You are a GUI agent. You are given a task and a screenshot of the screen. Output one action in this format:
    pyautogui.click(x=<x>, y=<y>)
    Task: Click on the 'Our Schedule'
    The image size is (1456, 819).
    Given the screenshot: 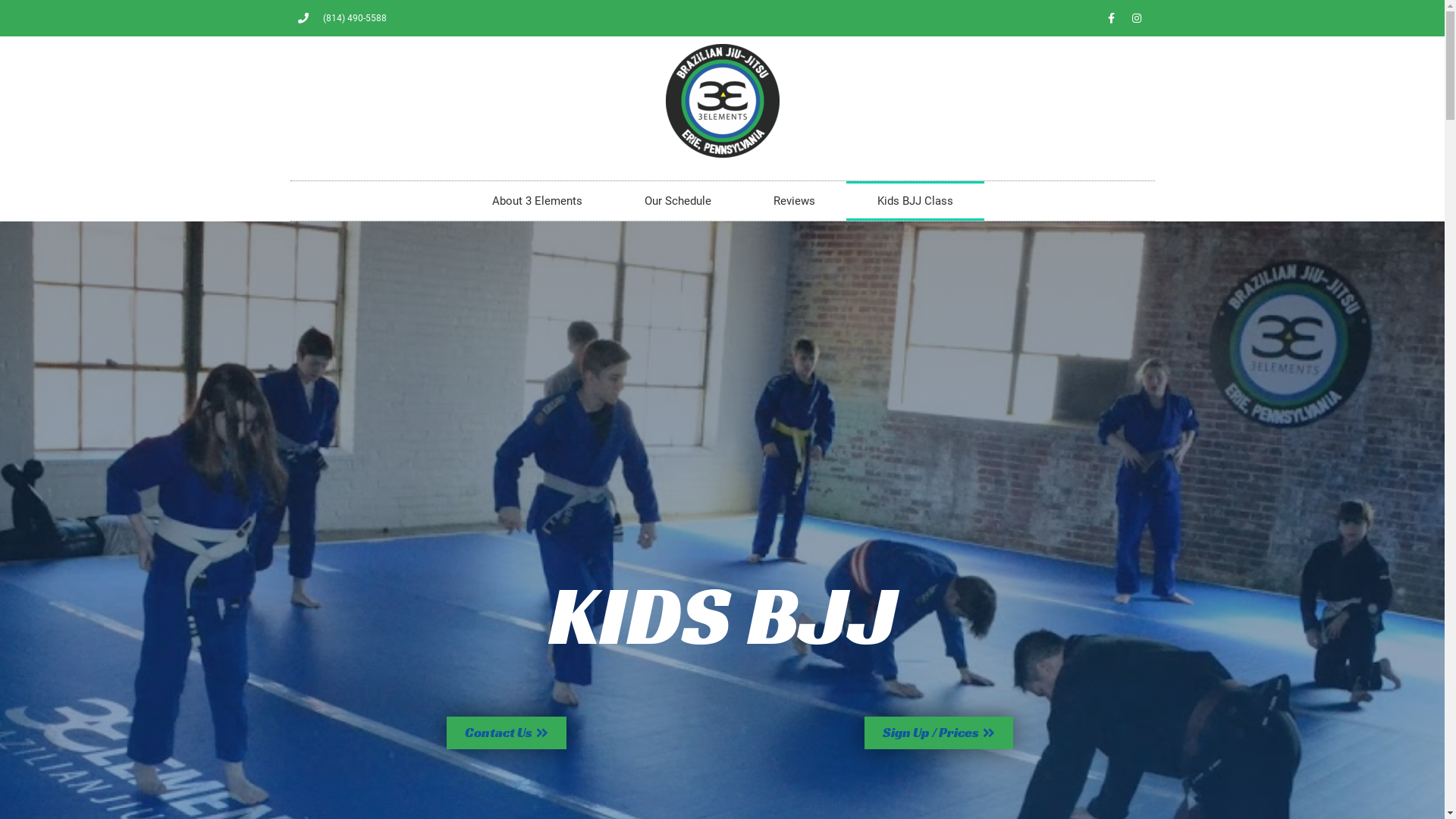 What is the action you would take?
    pyautogui.click(x=676, y=200)
    